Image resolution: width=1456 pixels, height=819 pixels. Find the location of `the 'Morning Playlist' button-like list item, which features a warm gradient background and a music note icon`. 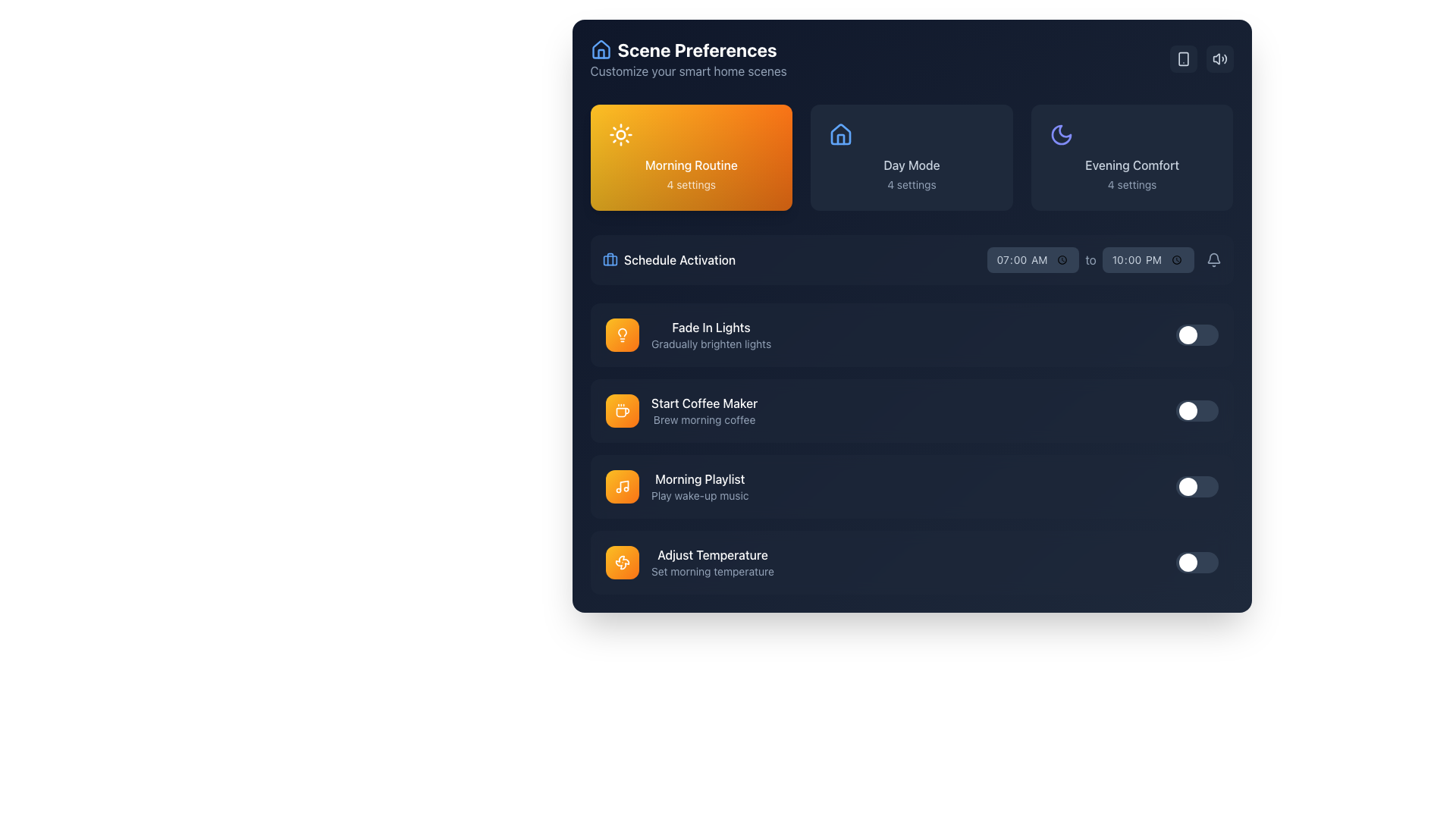

the 'Morning Playlist' button-like list item, which features a warm gradient background and a music note icon is located at coordinates (676, 486).